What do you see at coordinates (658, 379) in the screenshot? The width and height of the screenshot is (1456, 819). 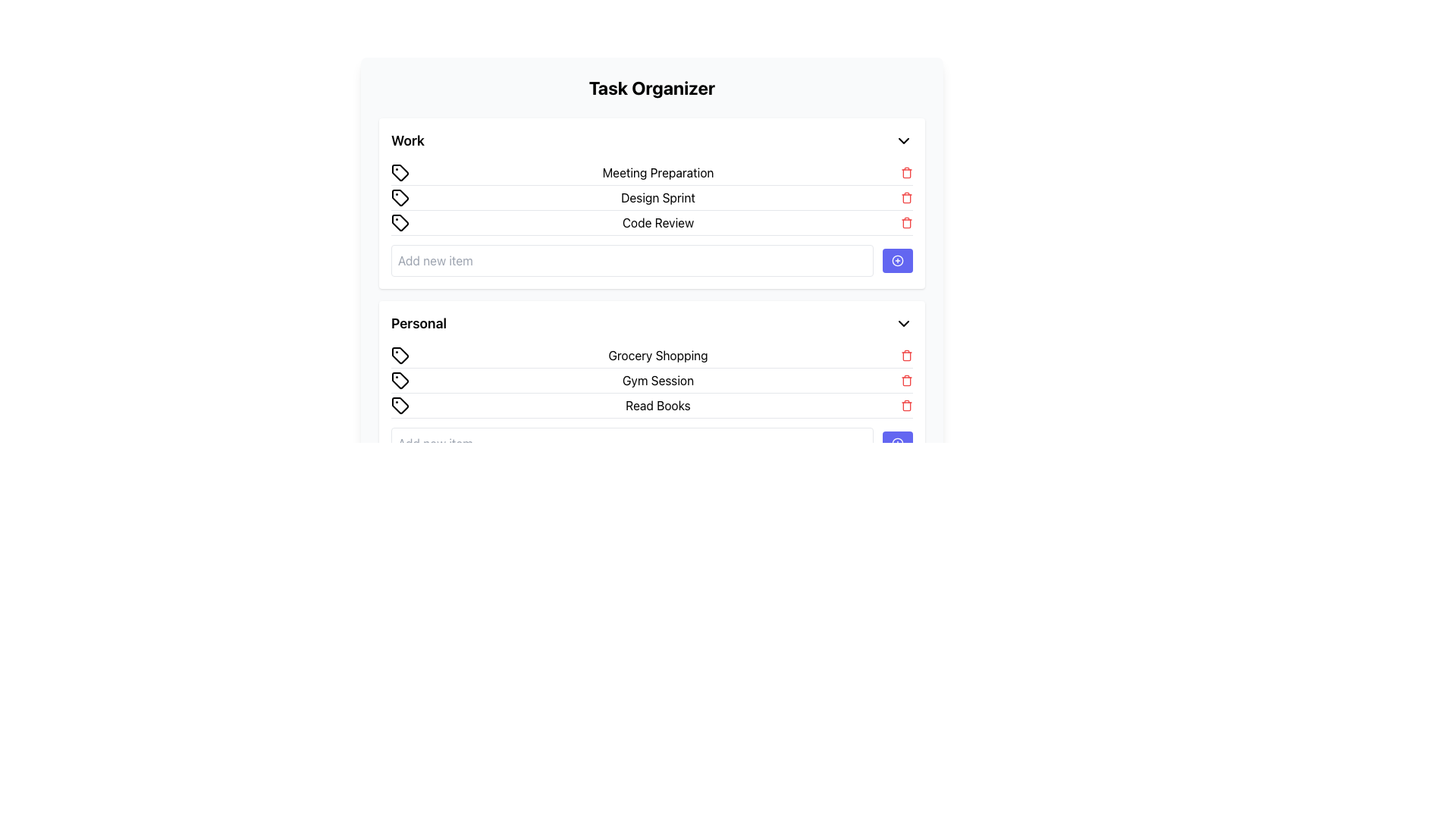 I see `text of the 'Gym Session' label, which is the second item in the 'Personal' category list, positioned between 'Grocery Shopping' and 'Read Books'` at bounding box center [658, 379].